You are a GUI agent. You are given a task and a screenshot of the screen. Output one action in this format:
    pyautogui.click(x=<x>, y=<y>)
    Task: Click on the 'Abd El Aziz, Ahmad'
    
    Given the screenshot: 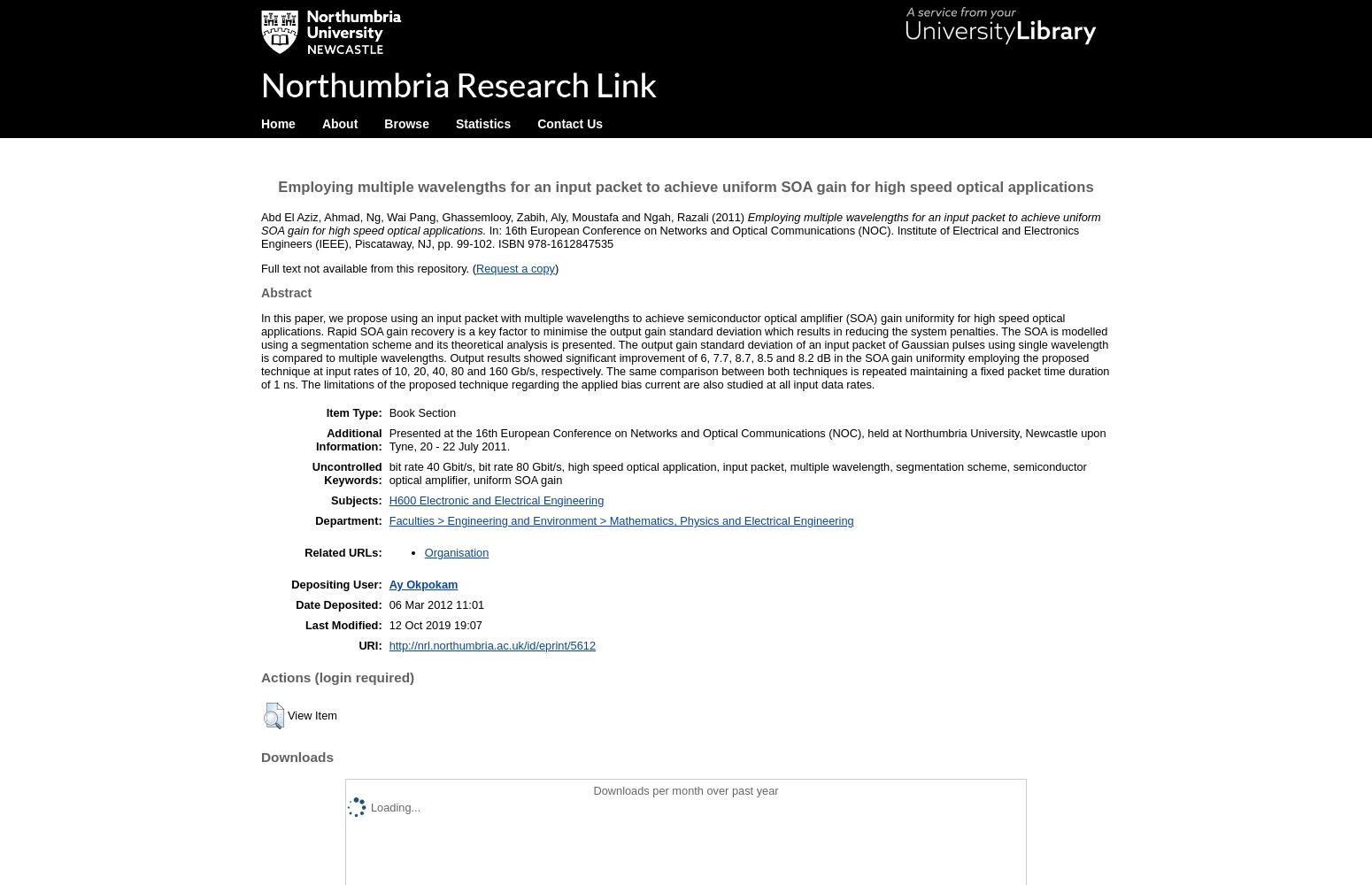 What is the action you would take?
    pyautogui.click(x=309, y=216)
    